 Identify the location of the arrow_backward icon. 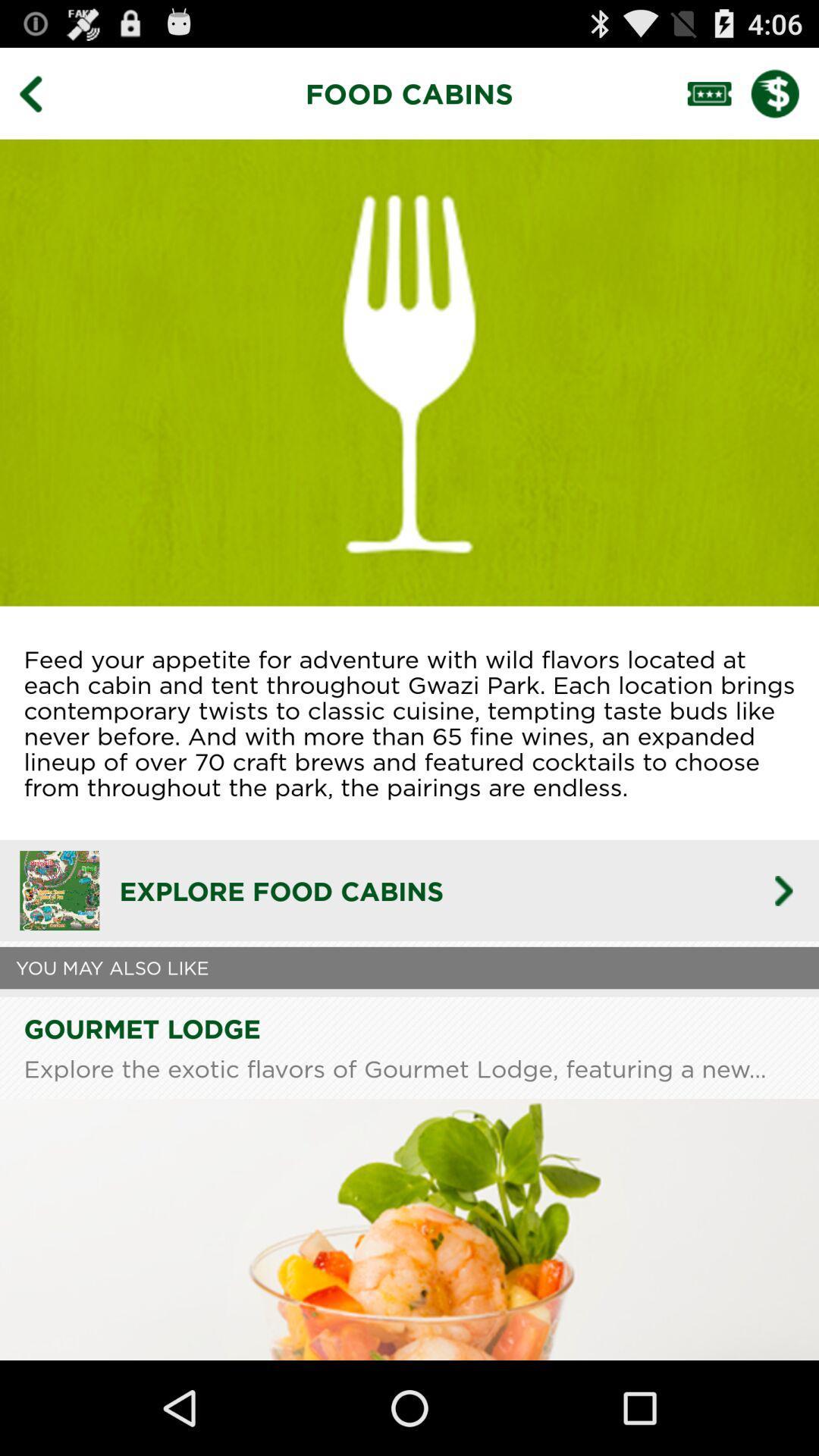
(41, 99).